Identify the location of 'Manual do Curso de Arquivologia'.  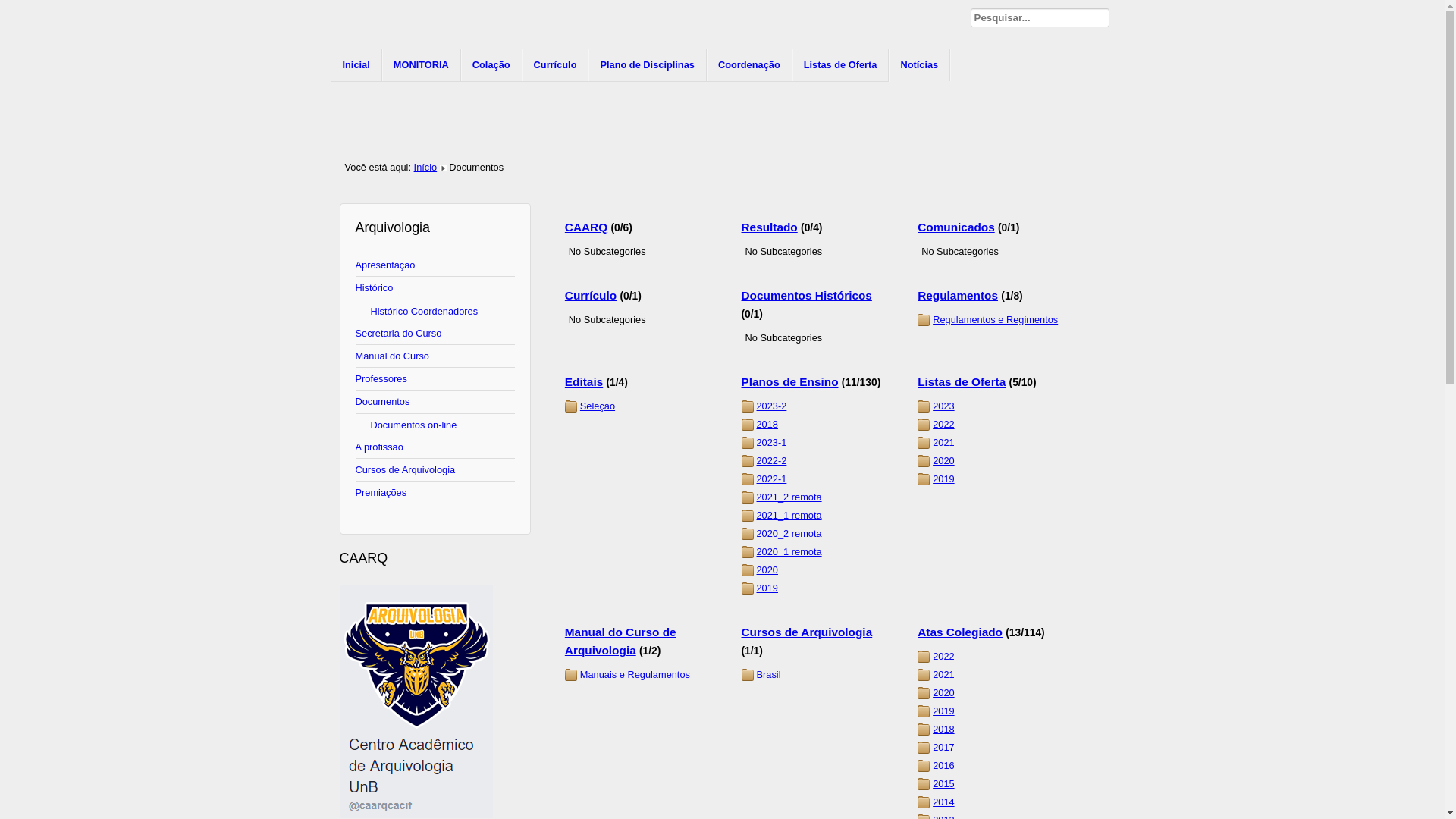
(620, 641).